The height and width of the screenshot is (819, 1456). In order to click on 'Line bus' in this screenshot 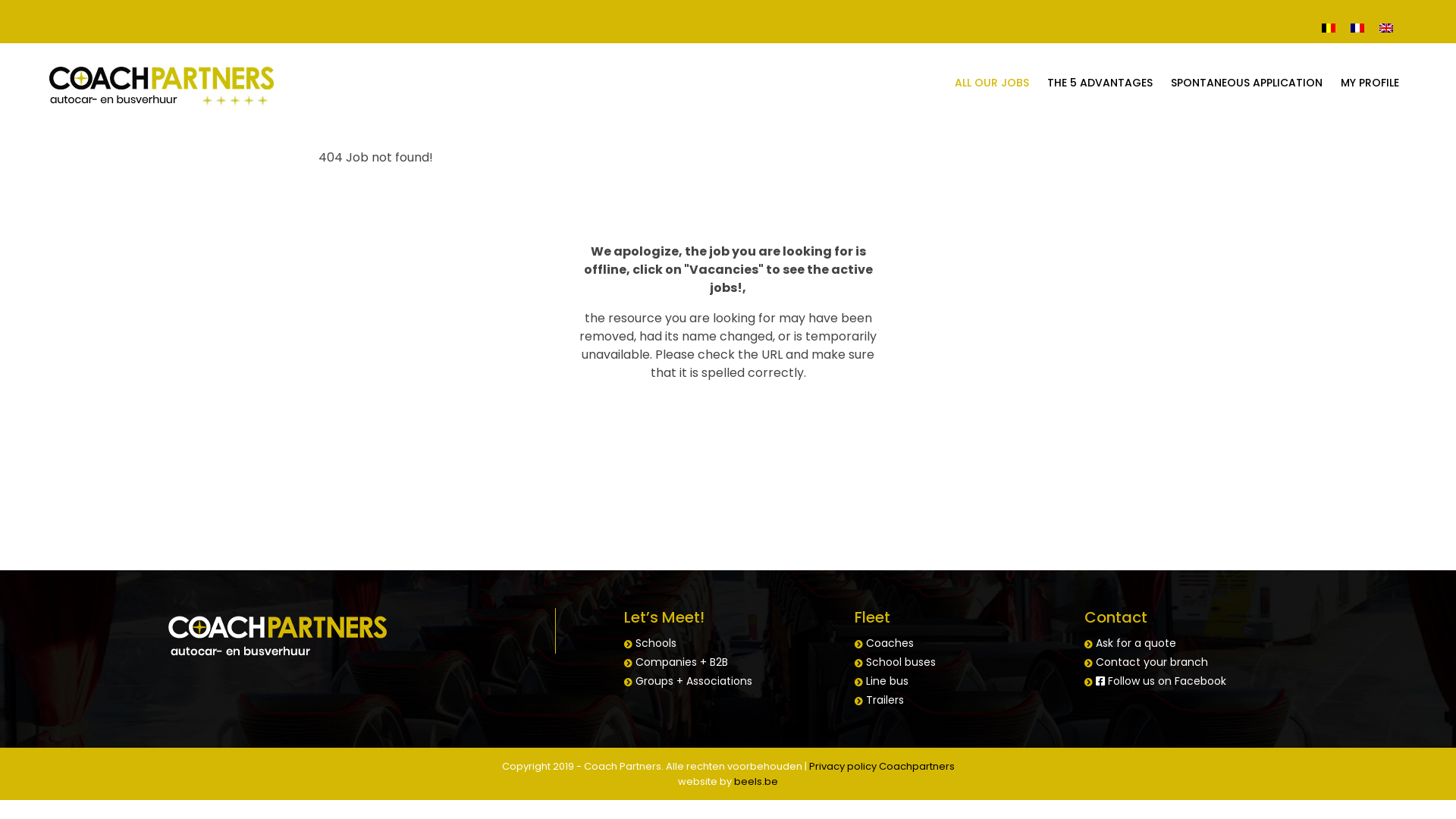, I will do `click(866, 680)`.